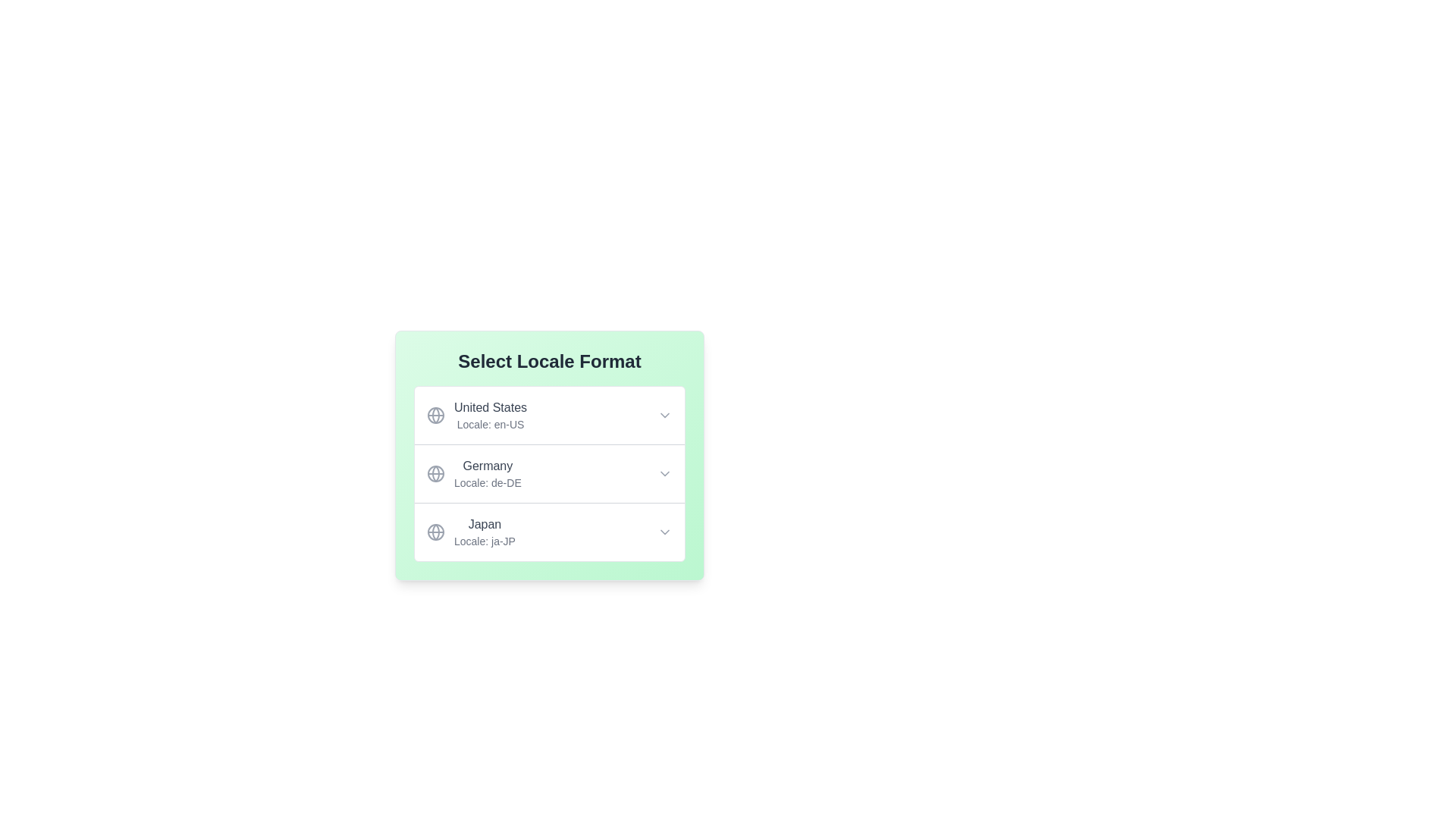 The width and height of the screenshot is (1456, 819). Describe the element at coordinates (473, 472) in the screenshot. I see `the globe-like icon next to the 'Germany' selectable list item in the locale selections` at that location.